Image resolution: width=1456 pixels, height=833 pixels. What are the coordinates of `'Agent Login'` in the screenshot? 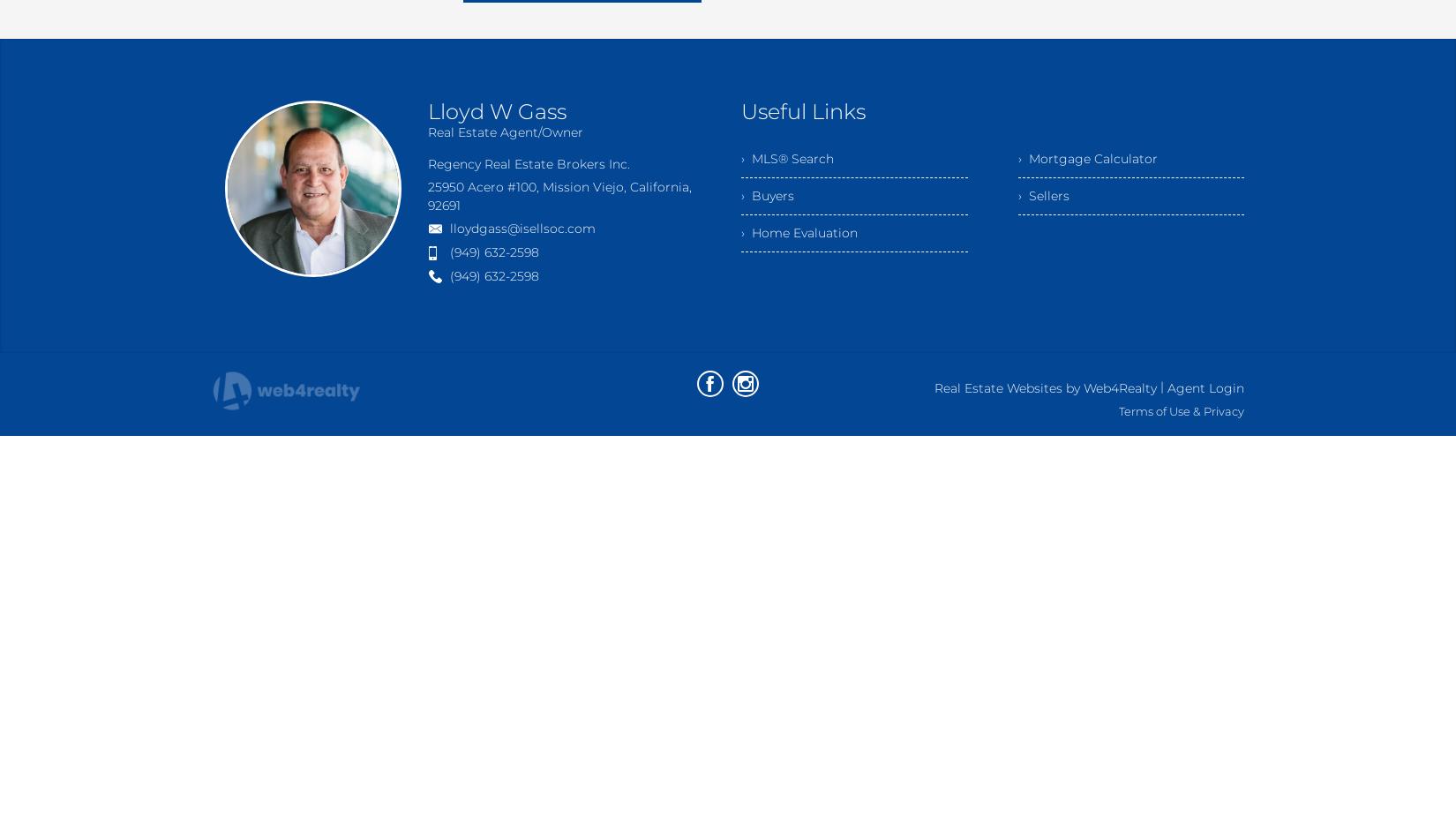 It's located at (1205, 386).